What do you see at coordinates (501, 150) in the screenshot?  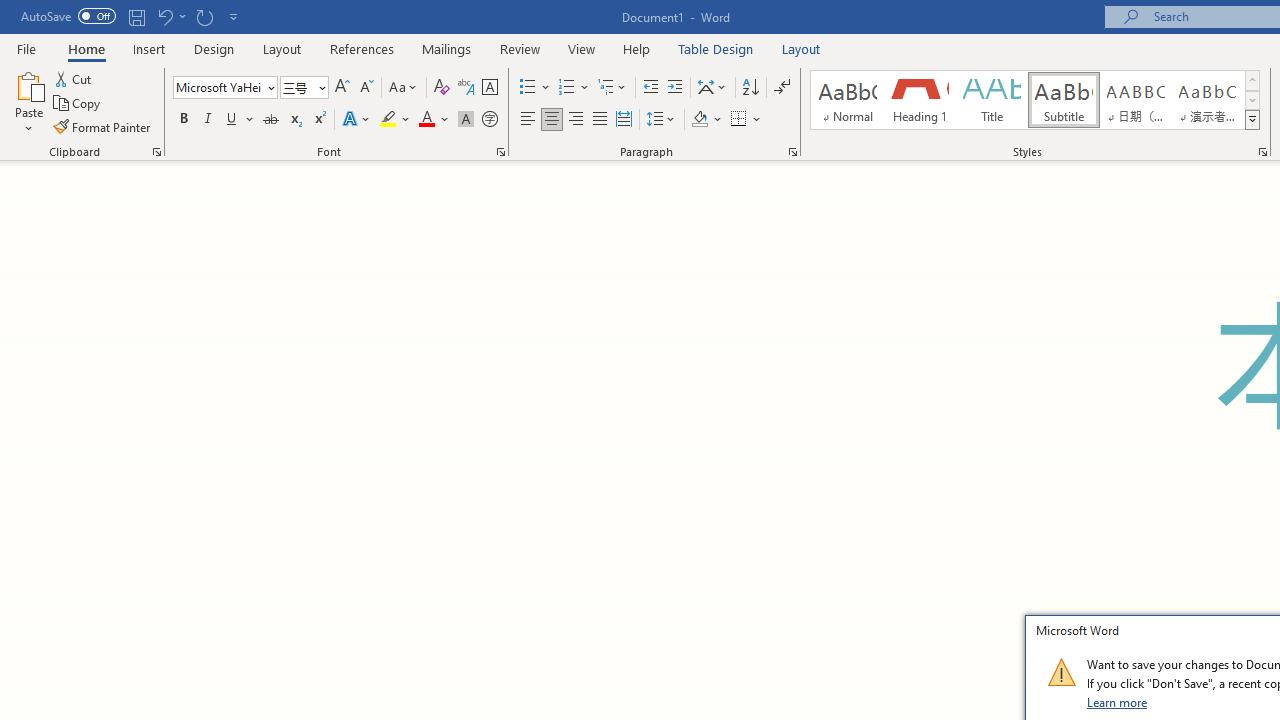 I see `'Font...'` at bounding box center [501, 150].